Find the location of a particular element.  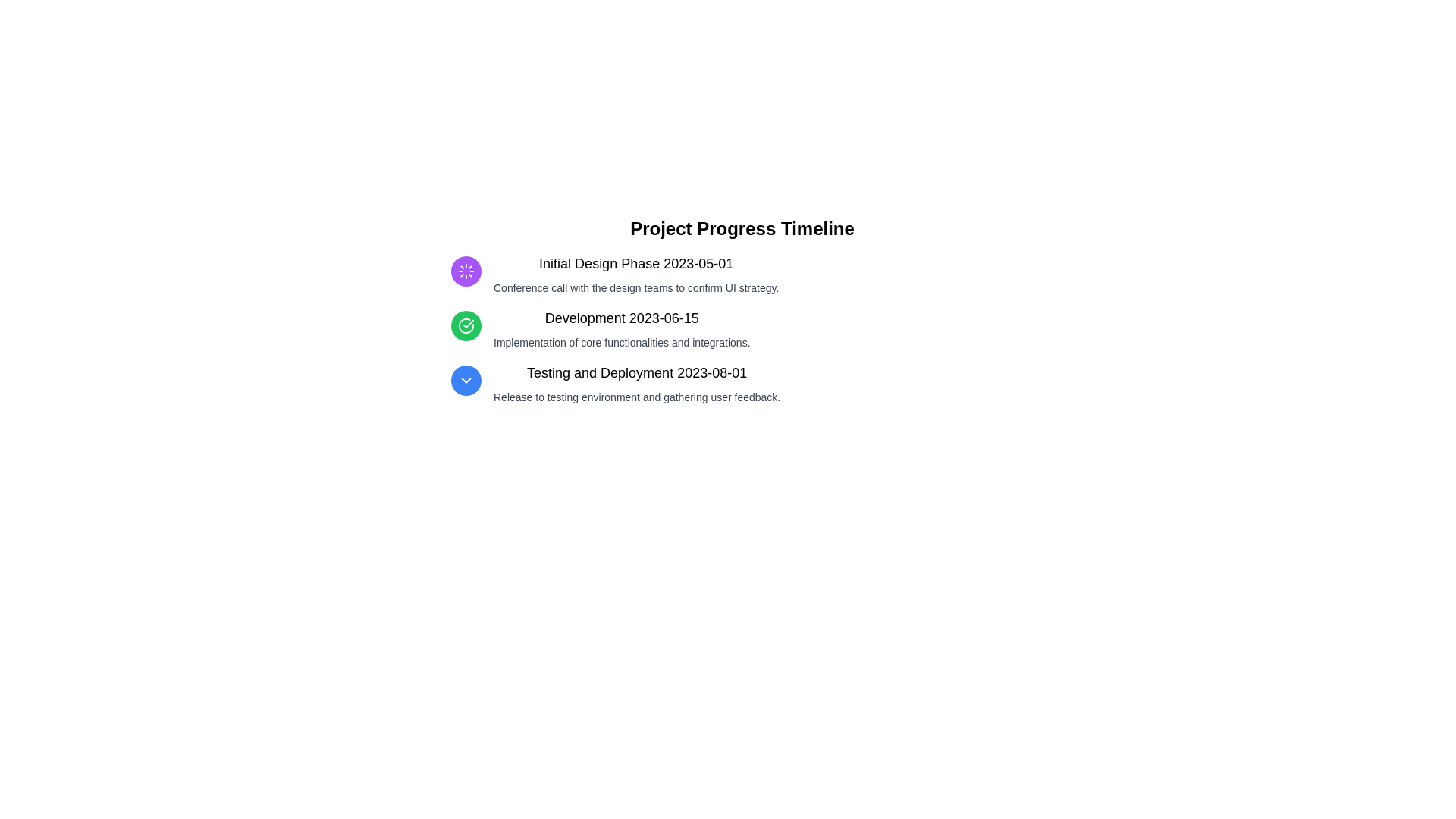

the milestone completion icon located beside the 'Development 2023-06-15' milestone text, indicating a validated status in the project timeline is located at coordinates (468, 323).